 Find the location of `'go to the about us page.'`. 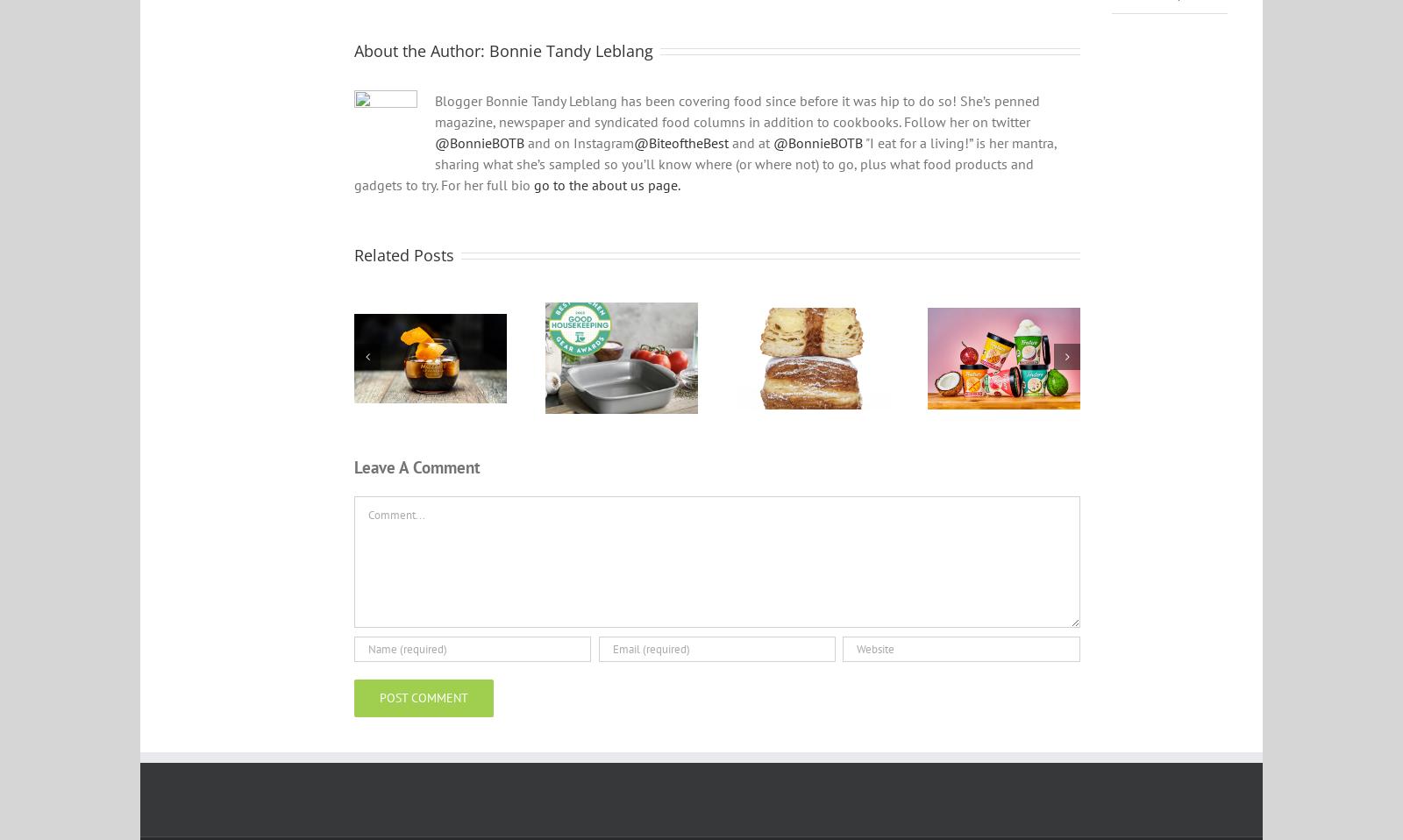

'go to the about us page.' is located at coordinates (607, 195).